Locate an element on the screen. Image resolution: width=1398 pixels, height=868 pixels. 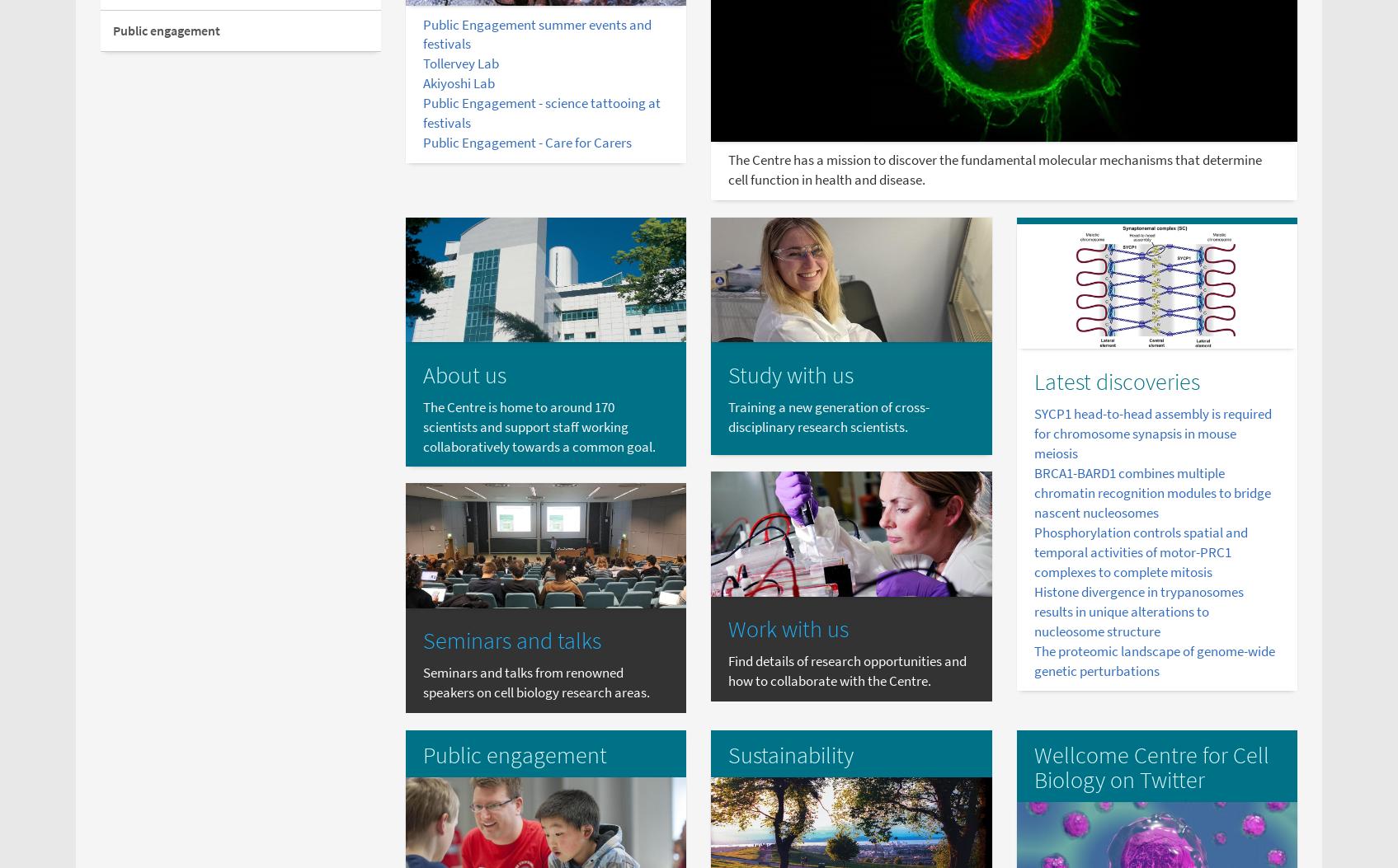
'Work with us' is located at coordinates (788, 628).